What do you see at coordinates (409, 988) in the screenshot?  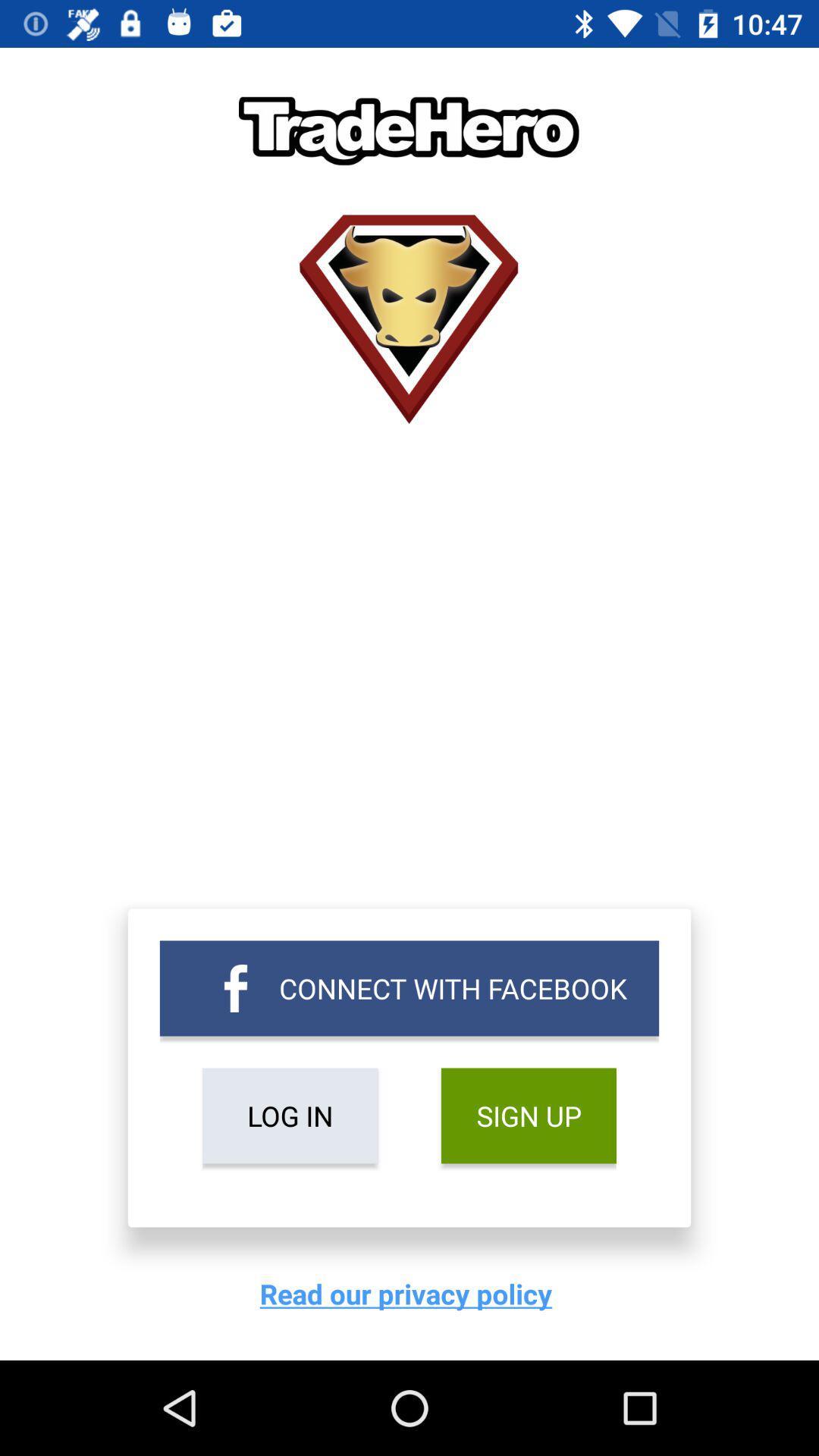 I see `item above the log in item` at bounding box center [409, 988].